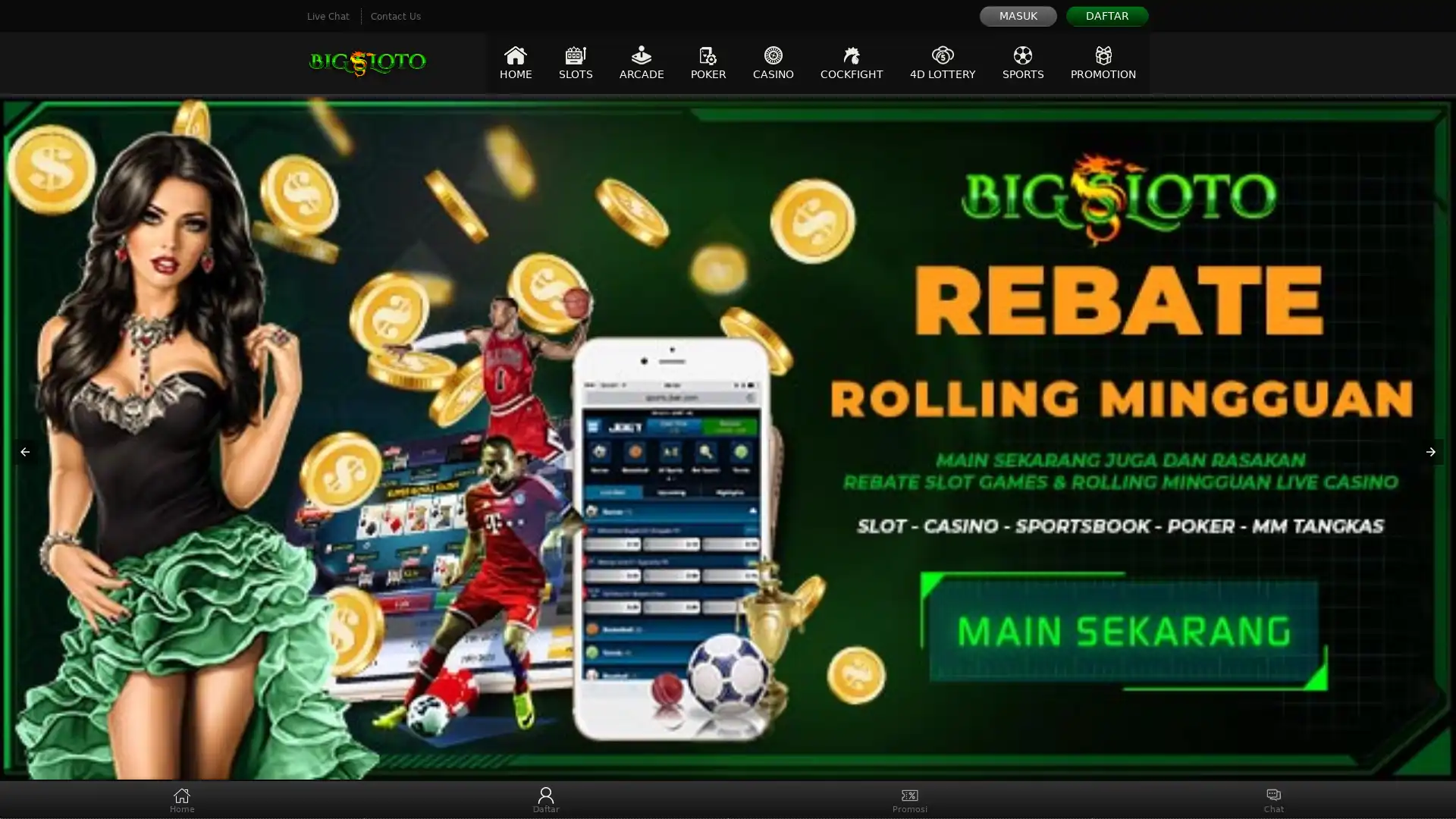 This screenshot has height=819, width=1456. What do you see at coordinates (1429, 452) in the screenshot?
I see `Next item in carousel (4 of 4)` at bounding box center [1429, 452].